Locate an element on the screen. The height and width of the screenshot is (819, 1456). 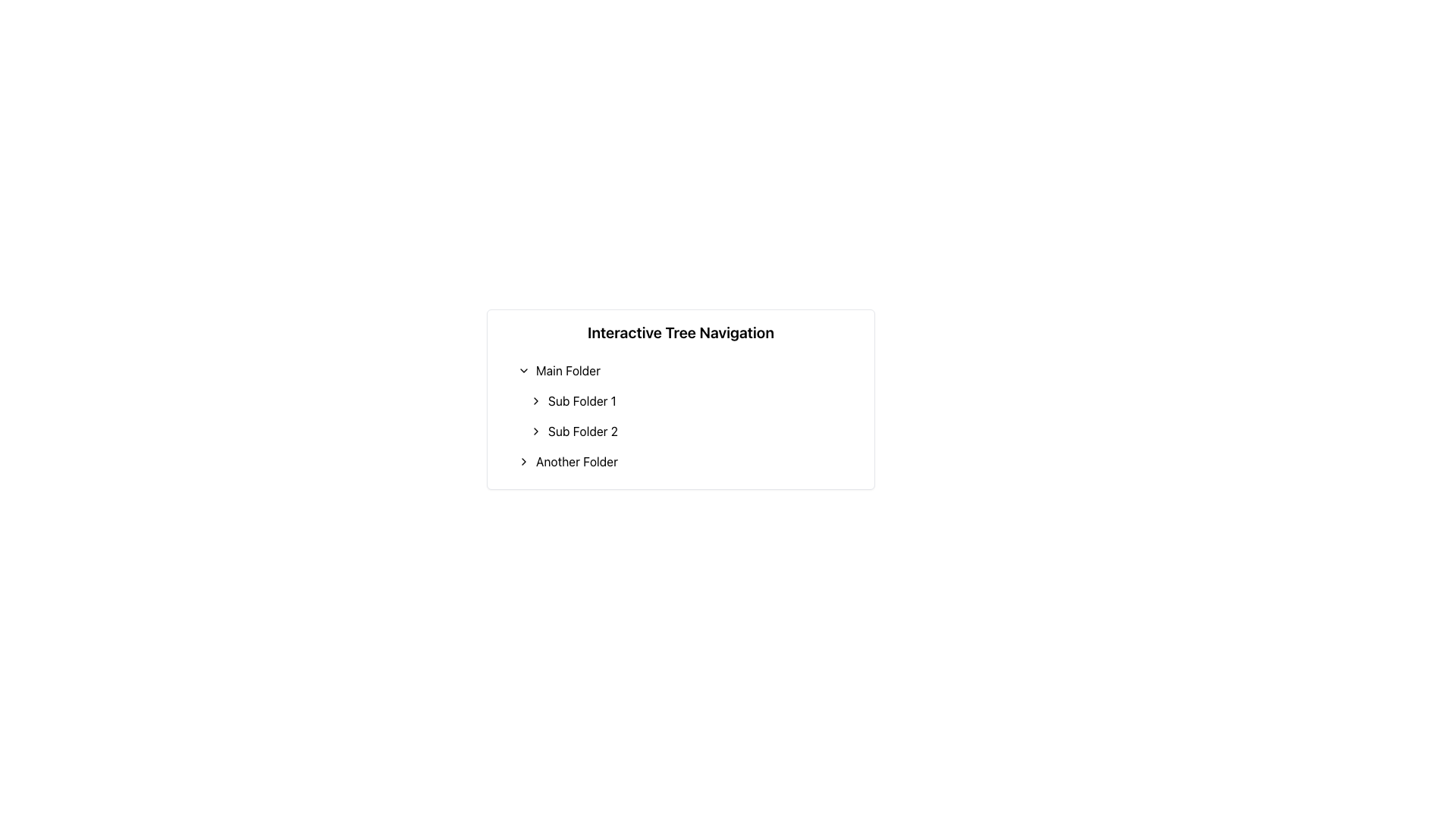
the chevron icon for 'Sub Folder 1', which is used to expand or collapse the corresponding folder in the tree navigation structure is located at coordinates (535, 400).